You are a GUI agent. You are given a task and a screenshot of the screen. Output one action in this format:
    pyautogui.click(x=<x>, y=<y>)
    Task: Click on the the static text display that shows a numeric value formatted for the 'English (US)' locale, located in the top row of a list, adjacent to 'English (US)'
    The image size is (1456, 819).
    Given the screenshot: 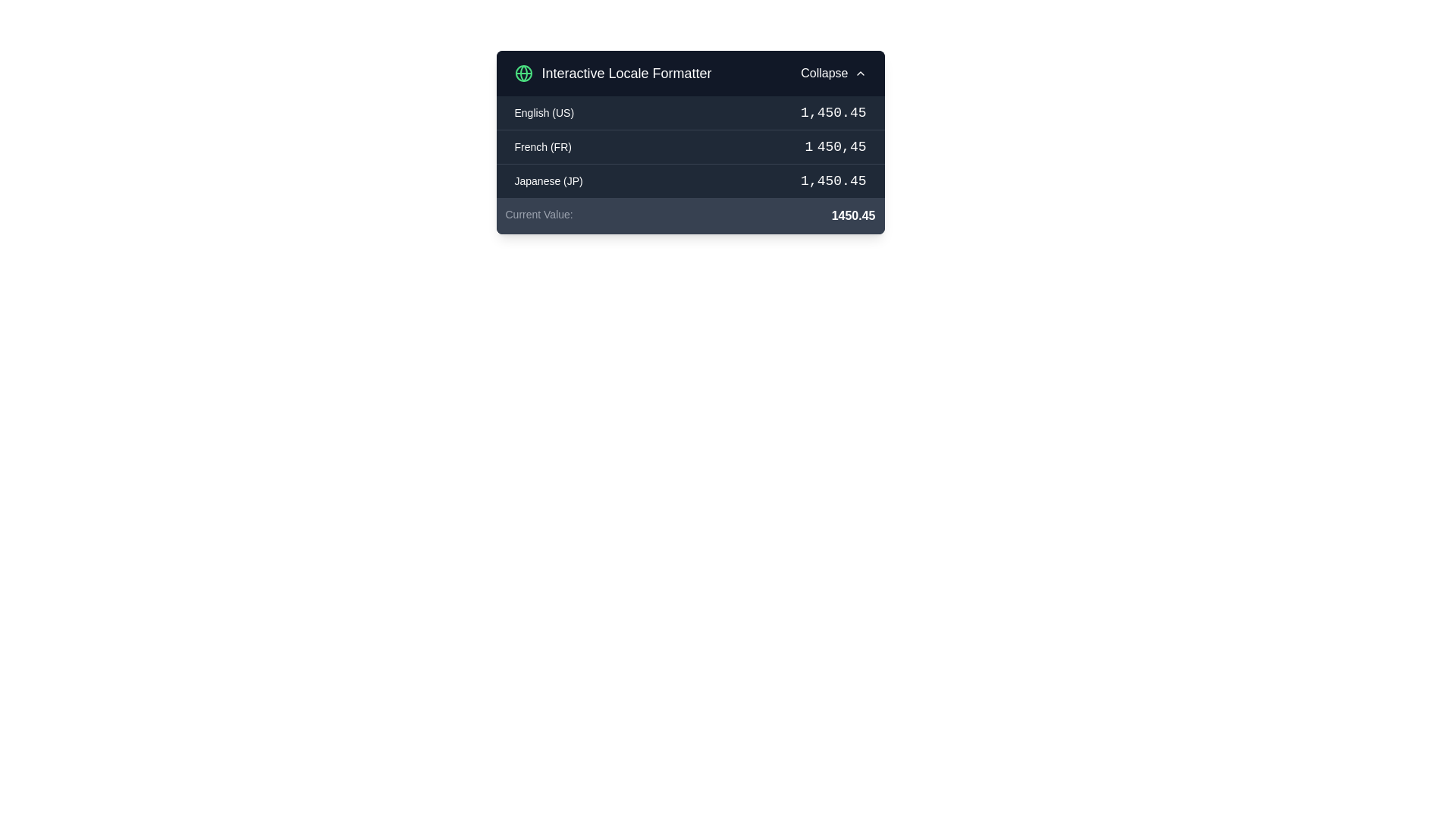 What is the action you would take?
    pyautogui.click(x=833, y=112)
    